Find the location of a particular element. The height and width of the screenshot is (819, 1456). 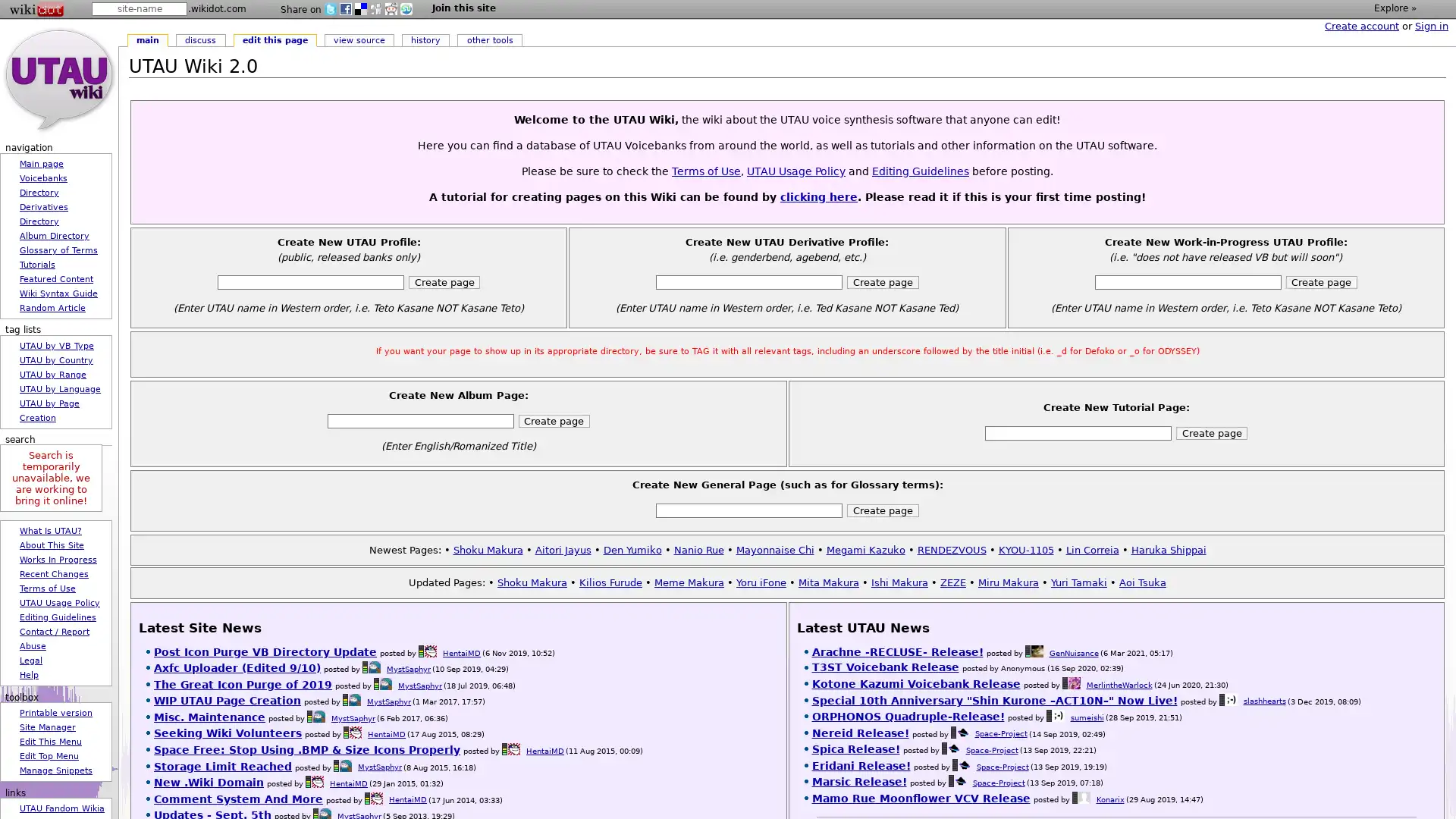

Create page is located at coordinates (443, 282).